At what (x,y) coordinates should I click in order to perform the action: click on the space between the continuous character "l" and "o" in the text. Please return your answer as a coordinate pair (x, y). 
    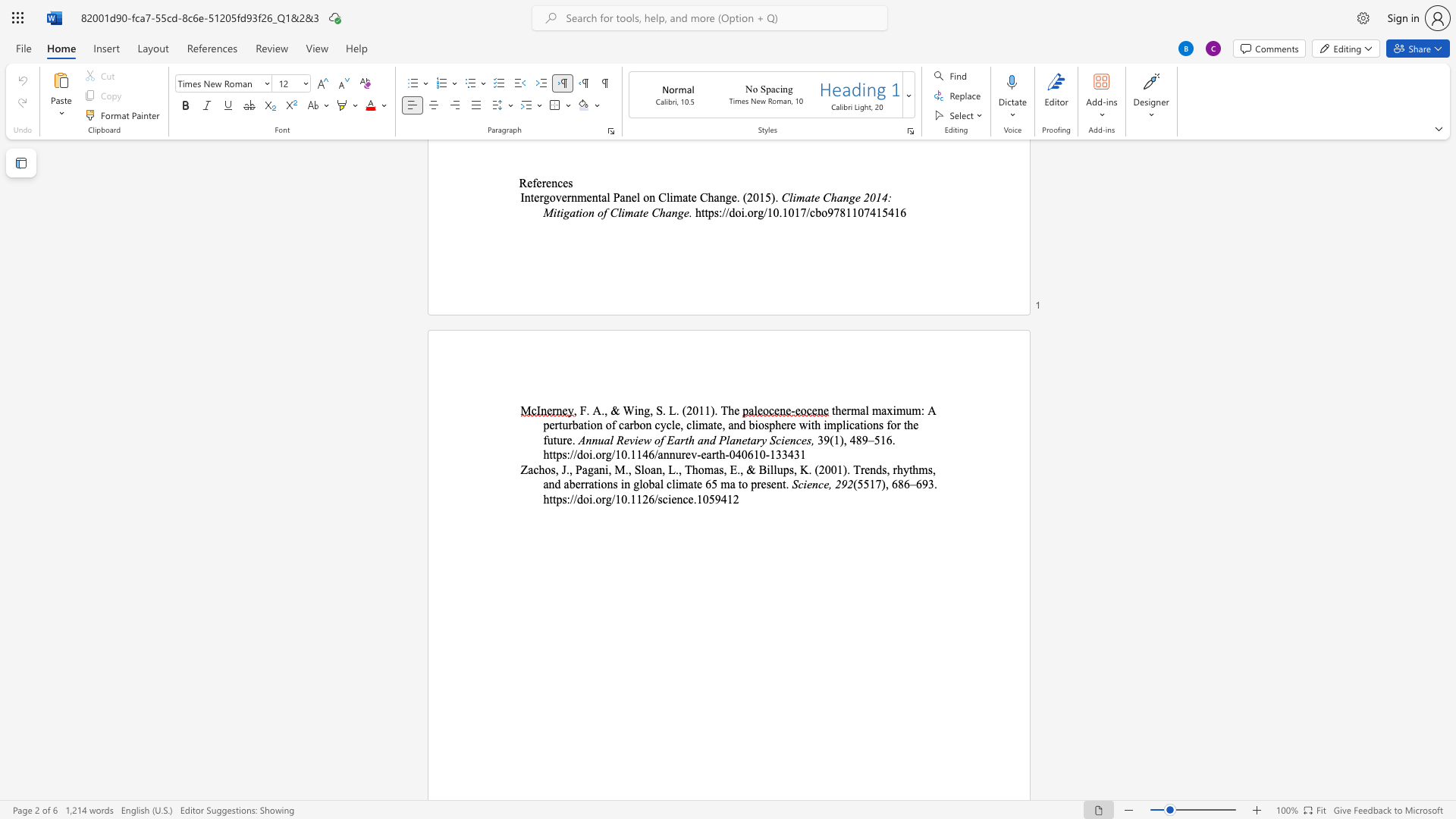
    Looking at the image, I should click on (645, 469).